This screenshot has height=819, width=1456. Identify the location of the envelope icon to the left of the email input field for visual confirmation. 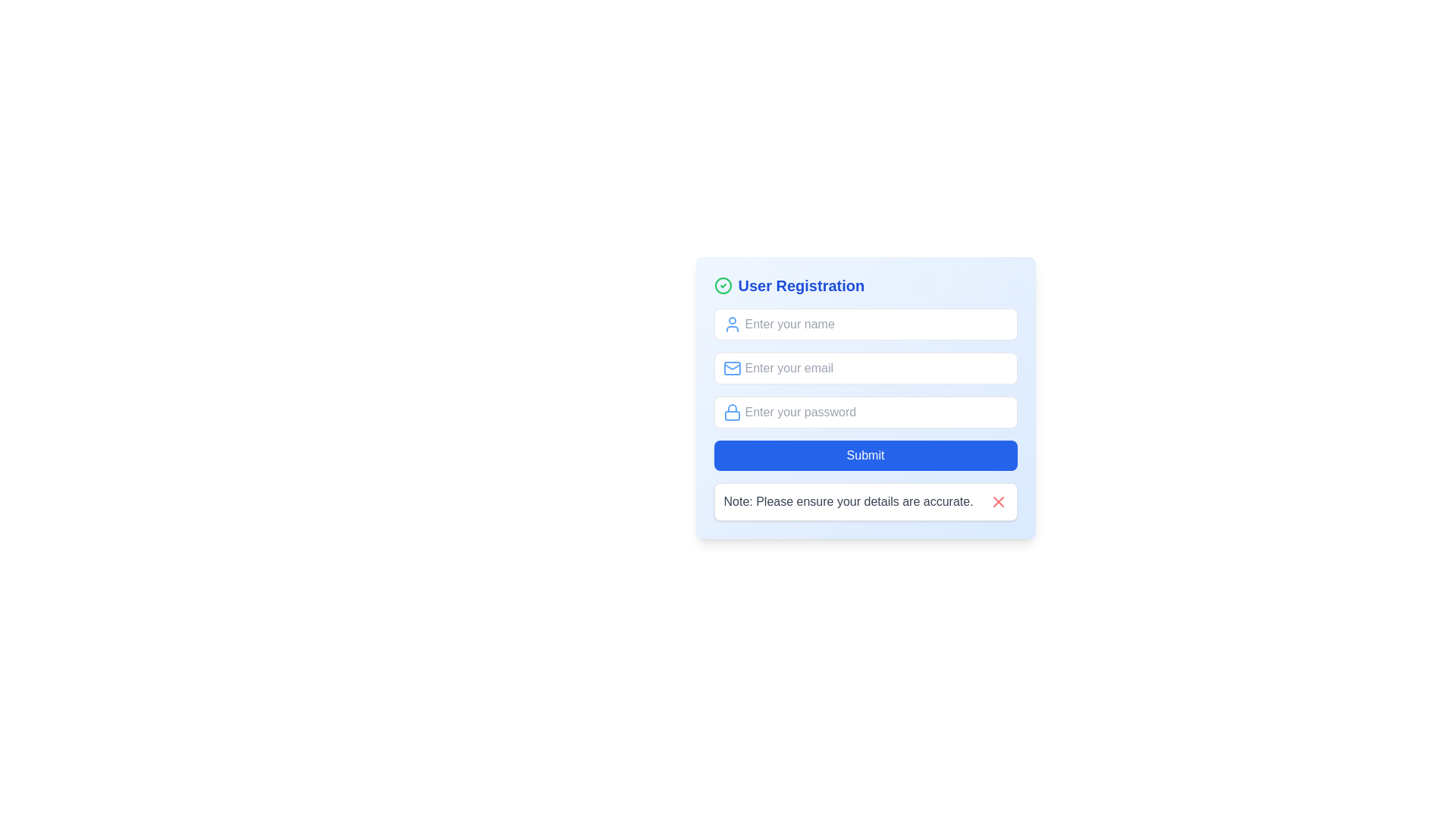
(732, 369).